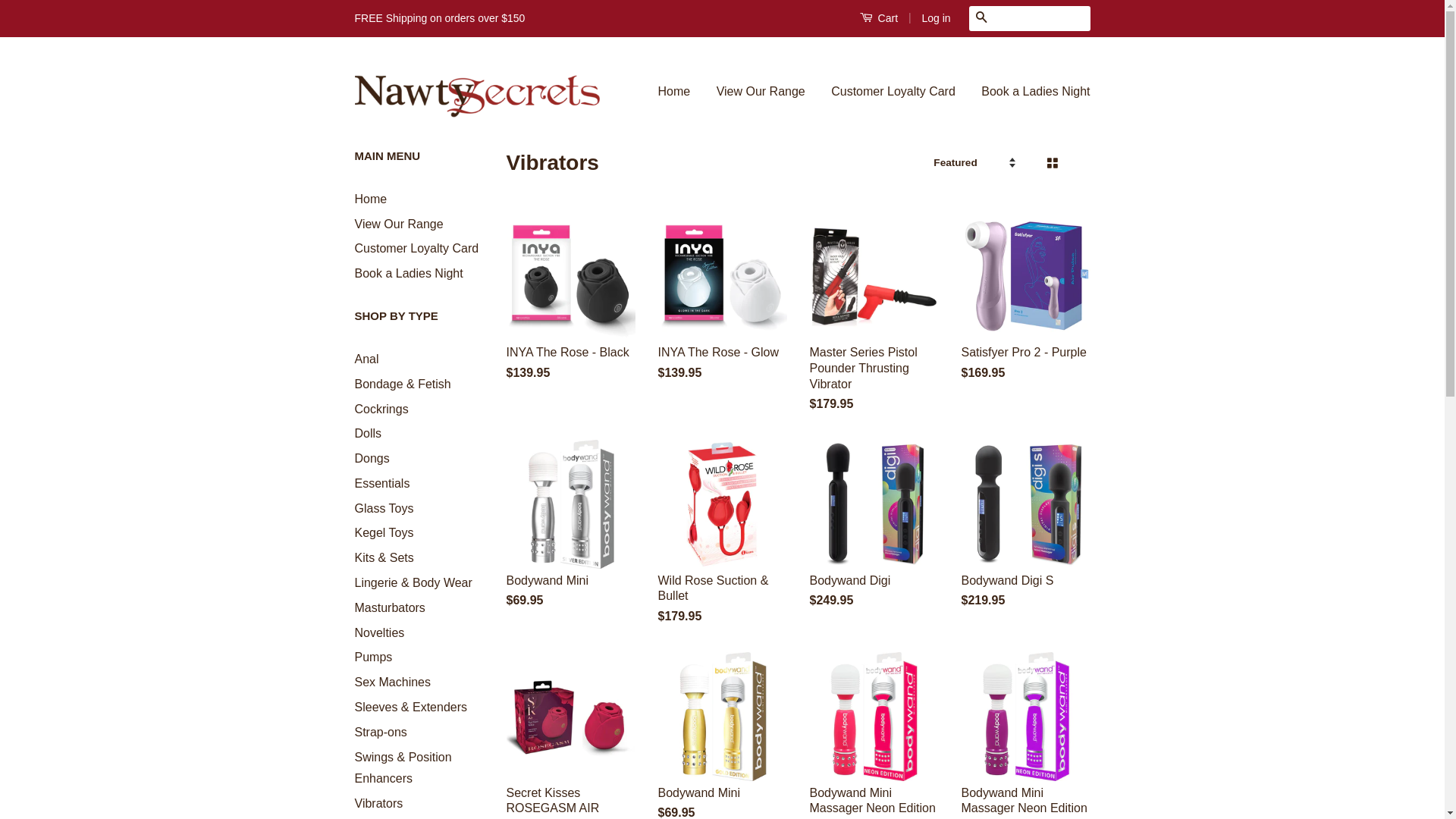  What do you see at coordinates (761, 92) in the screenshot?
I see `'View Our Range'` at bounding box center [761, 92].